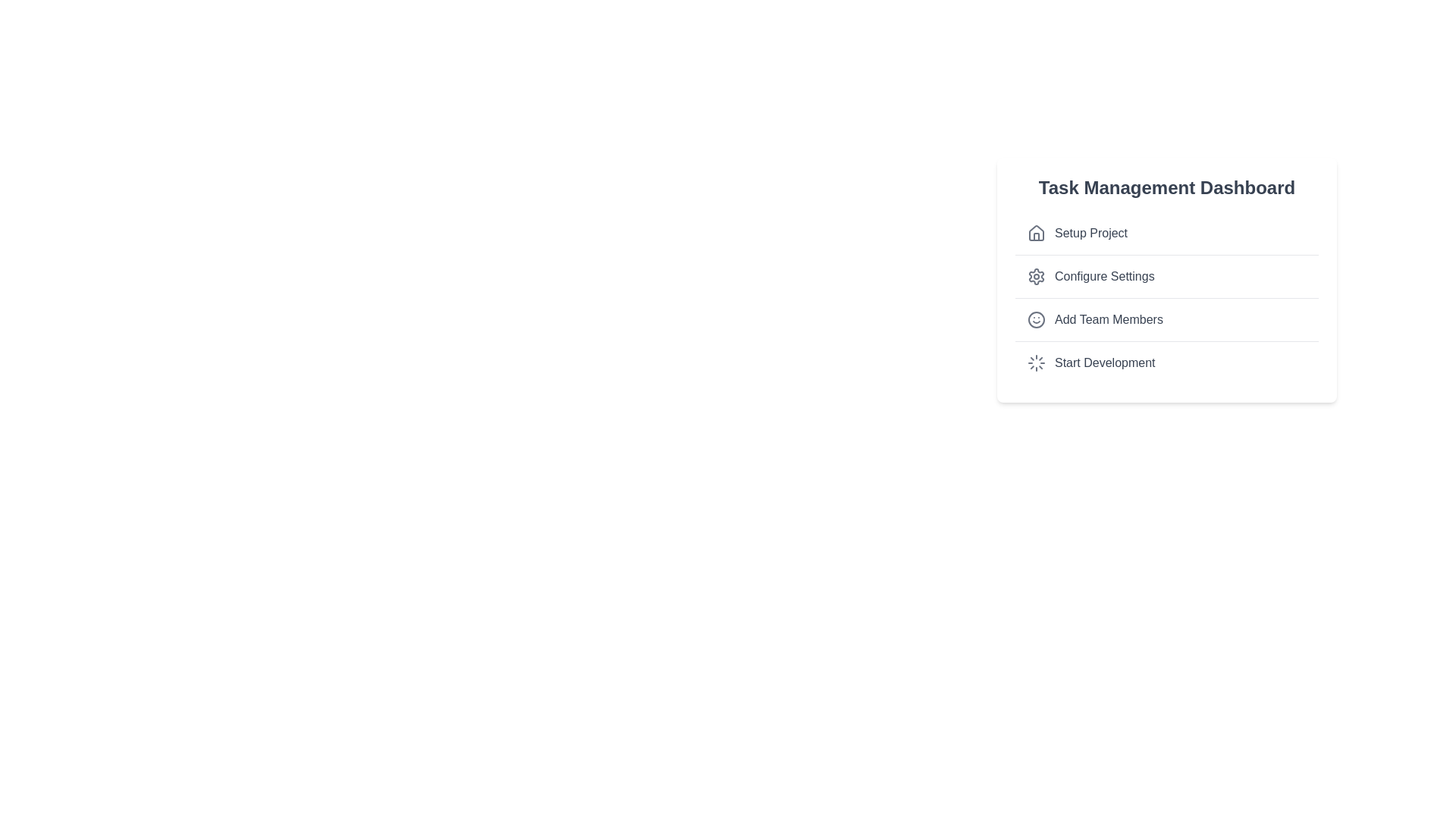  I want to click on the 'Setup Project' text label in the sidebar menu, so click(1090, 234).